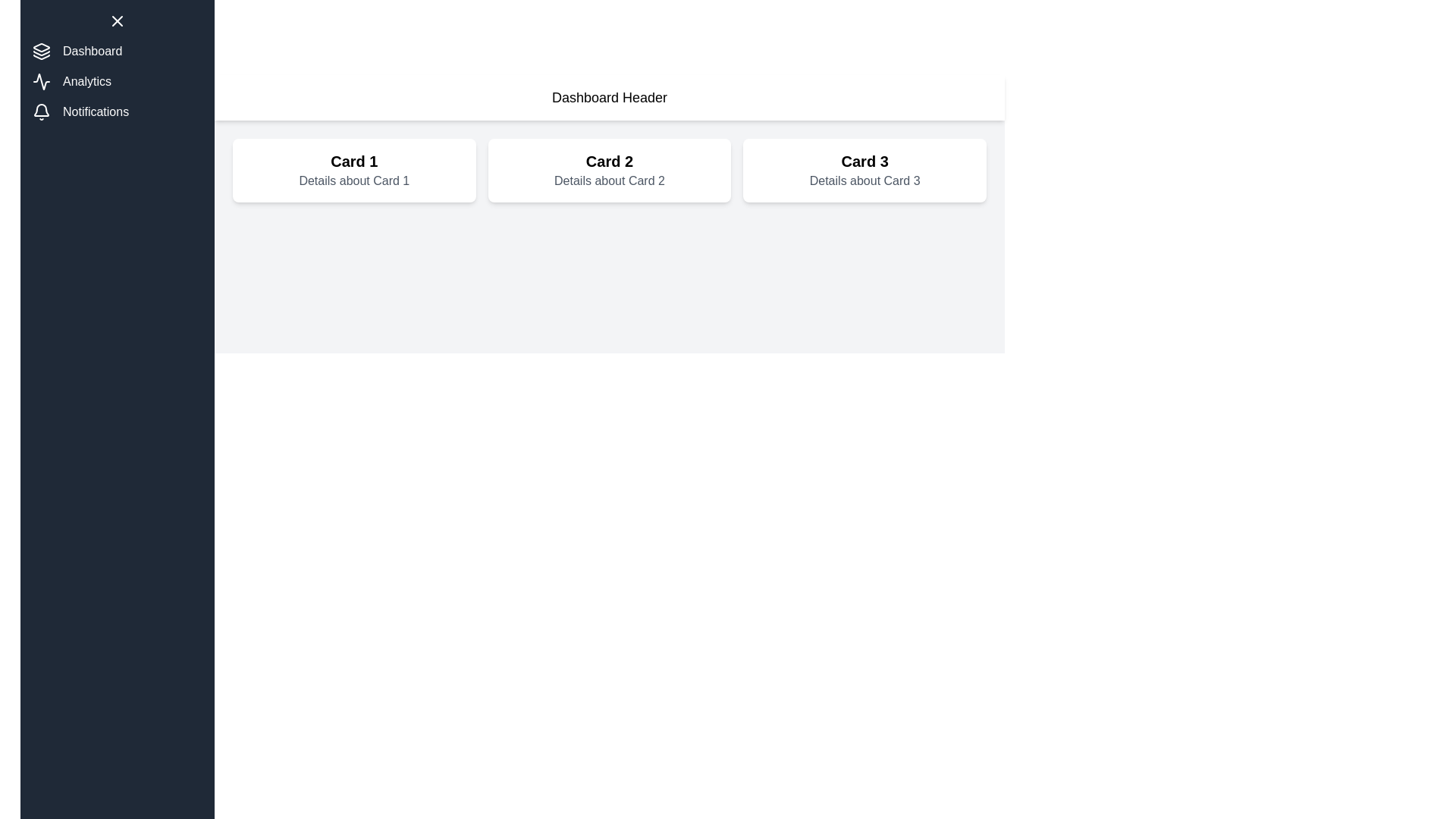 Image resolution: width=1456 pixels, height=819 pixels. Describe the element at coordinates (609, 161) in the screenshot. I see `the bold text label 'Card 2' which is the title of the middle card in a group of three horizontally aligned cards` at that location.